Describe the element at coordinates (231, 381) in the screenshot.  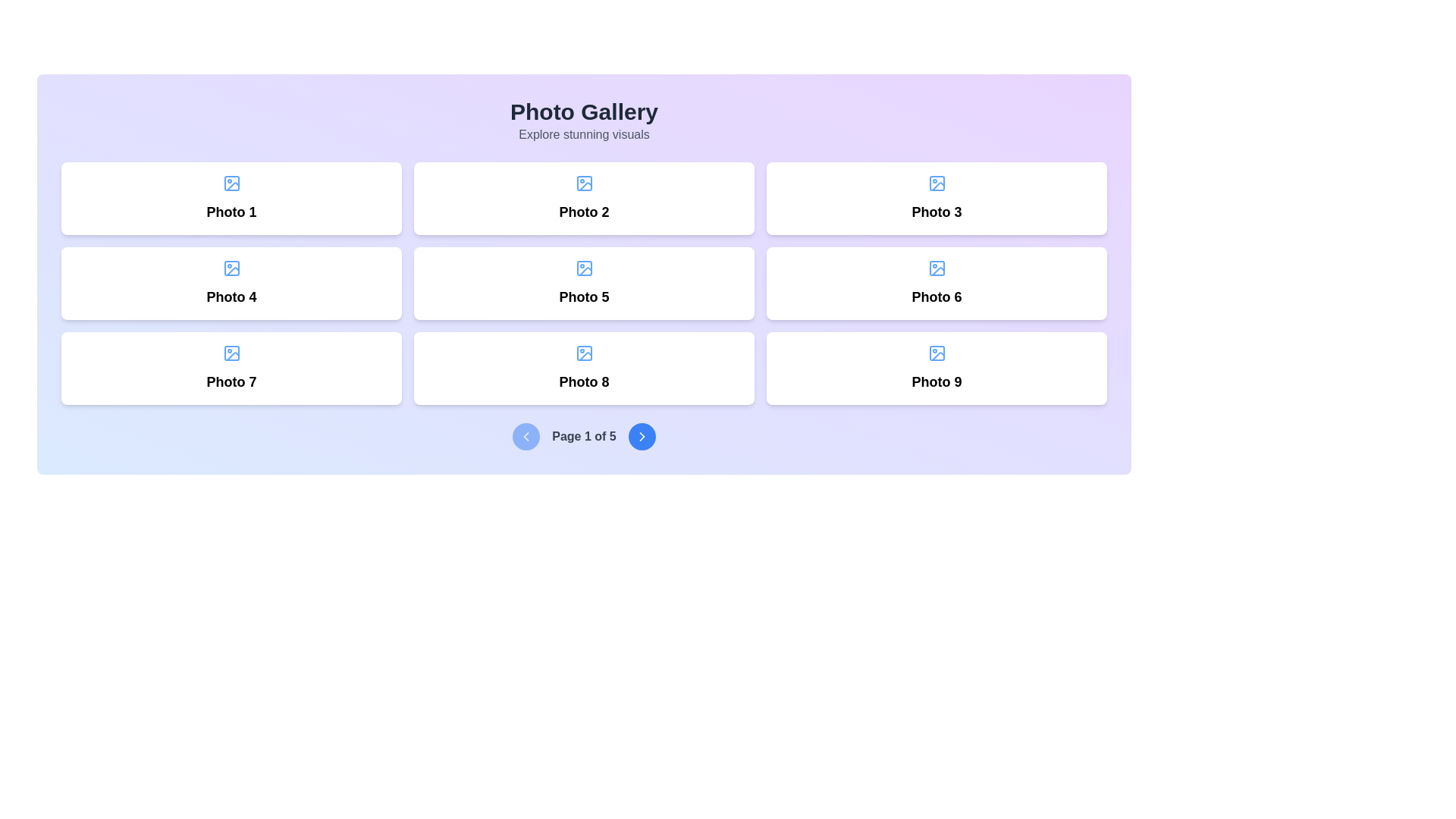
I see `the text label element displaying 'Photo 7', which is styled in bold and large font, located under the 'Photo Gallery' section in the third row and first column of the grid` at that location.